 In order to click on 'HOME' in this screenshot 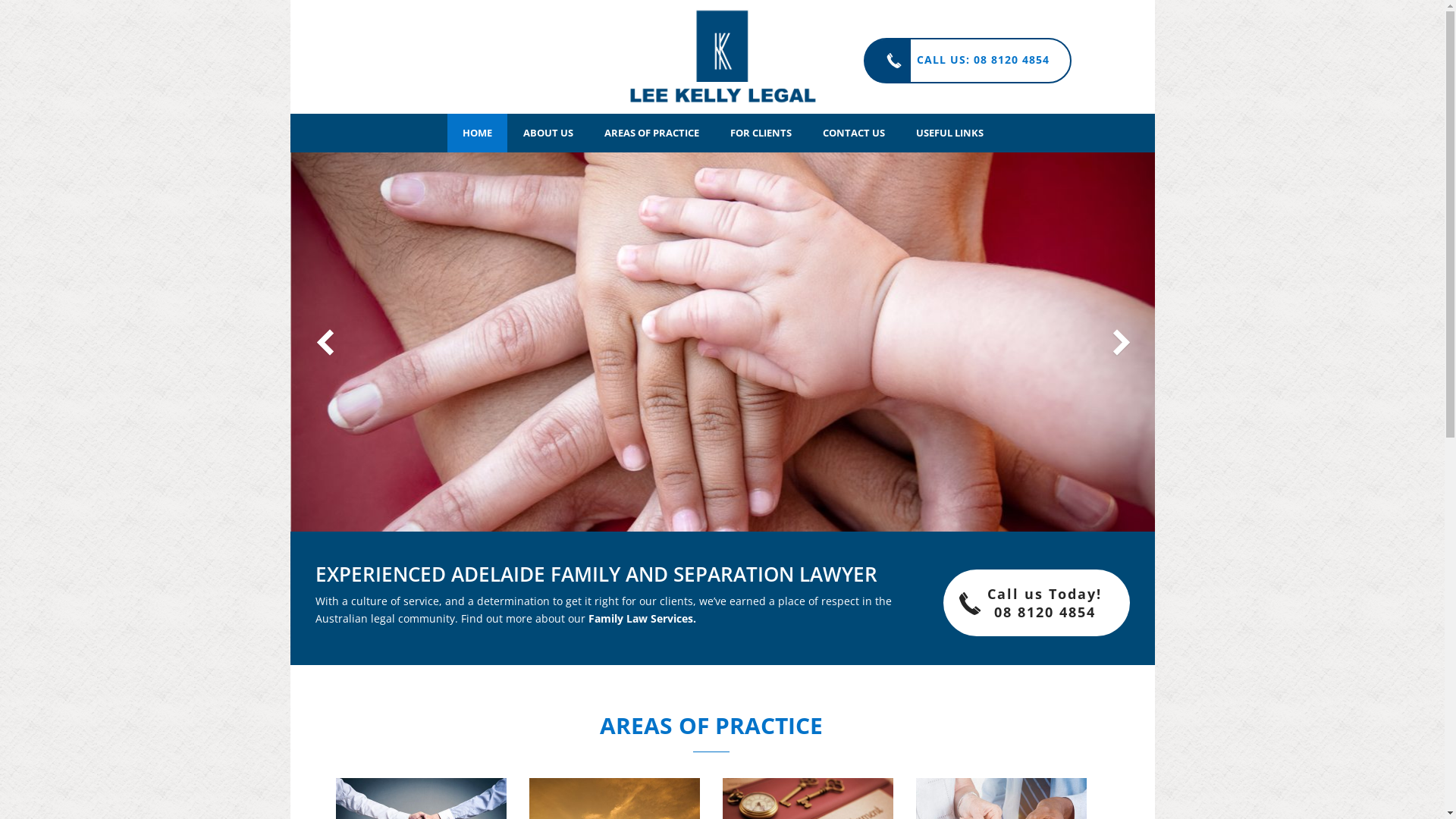, I will do `click(476, 132)`.